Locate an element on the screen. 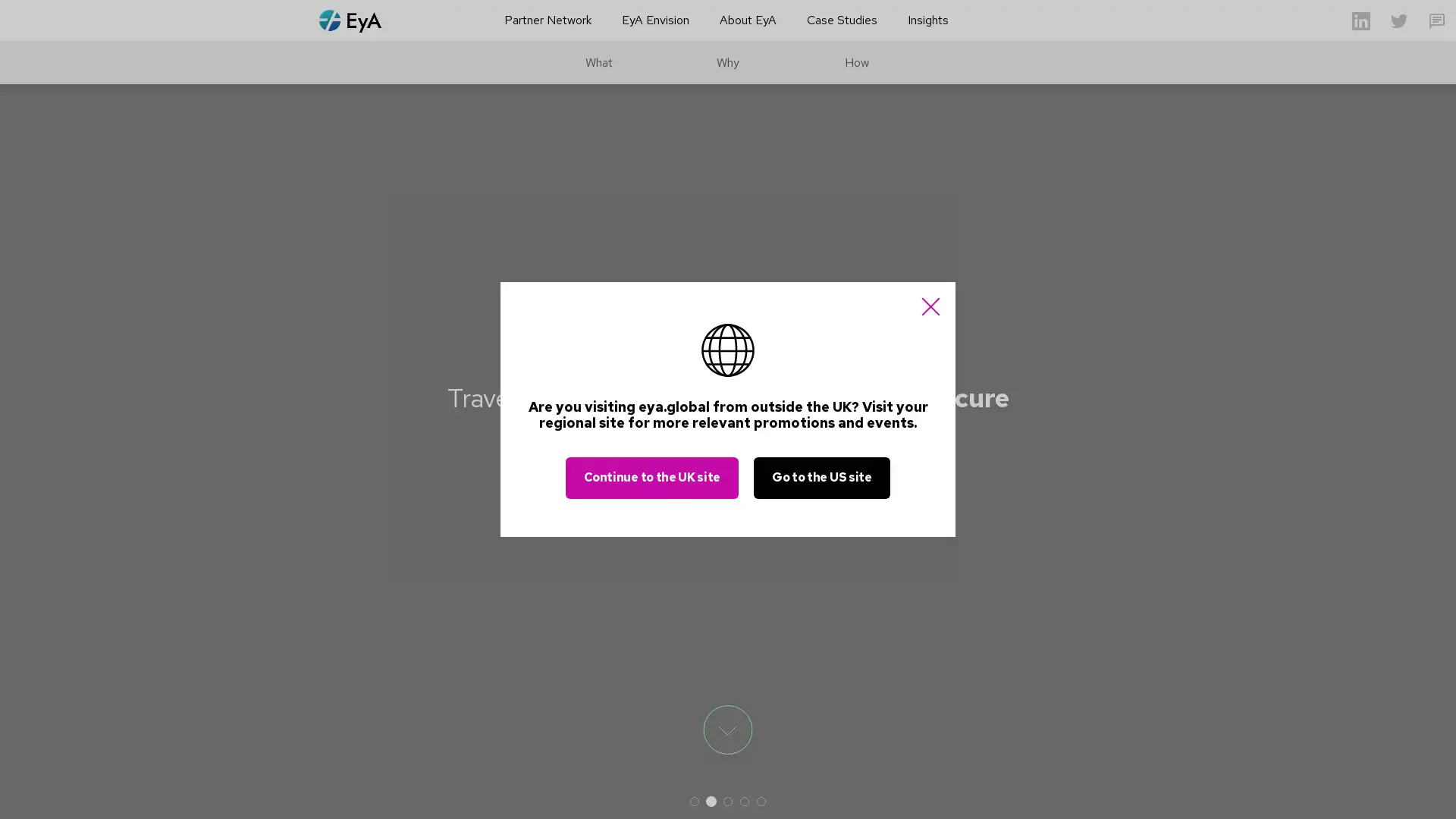 This screenshot has height=819, width=1456. 2 is located at coordinates (710, 800).